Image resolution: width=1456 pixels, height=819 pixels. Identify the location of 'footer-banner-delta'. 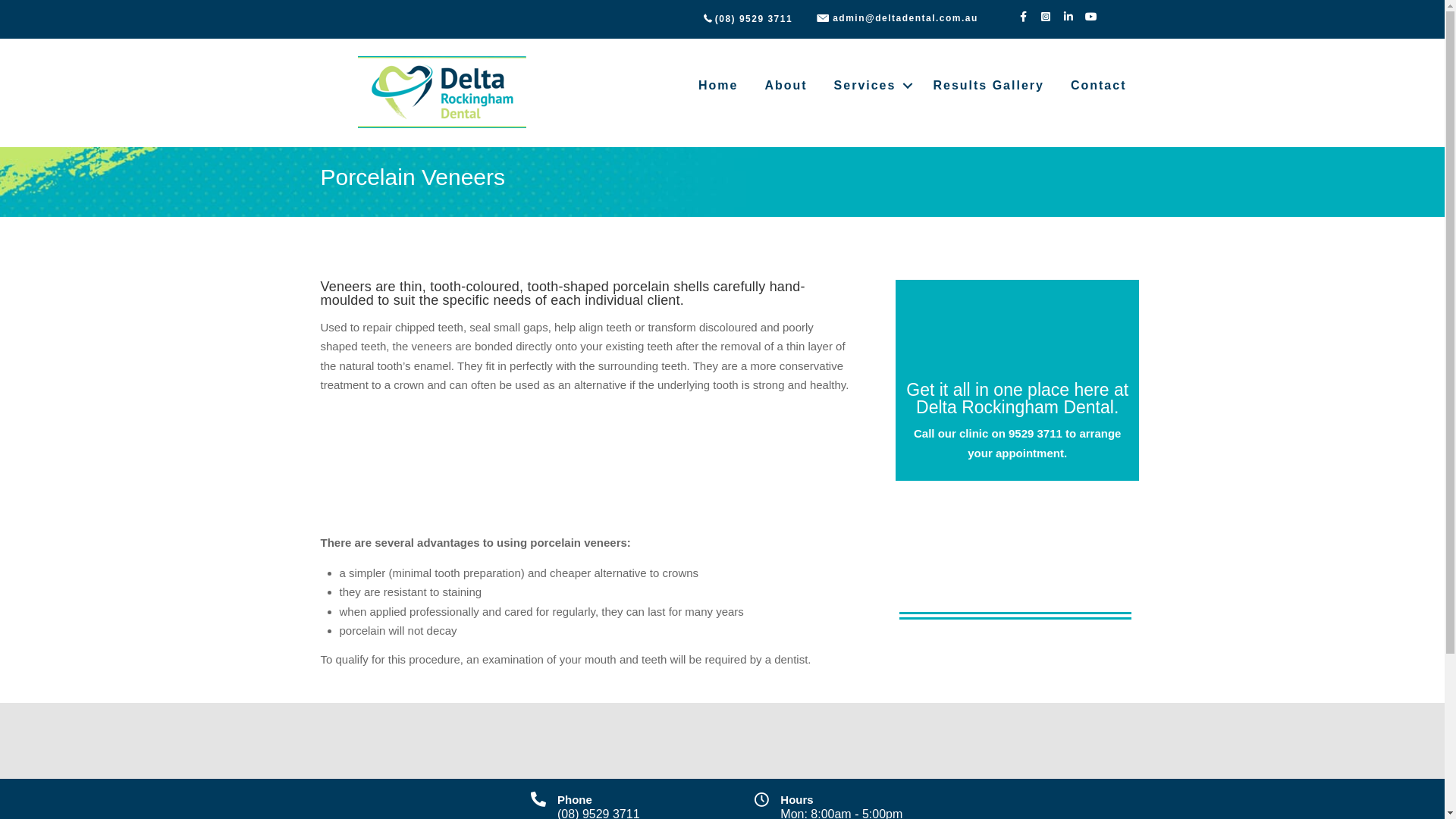
(304, 739).